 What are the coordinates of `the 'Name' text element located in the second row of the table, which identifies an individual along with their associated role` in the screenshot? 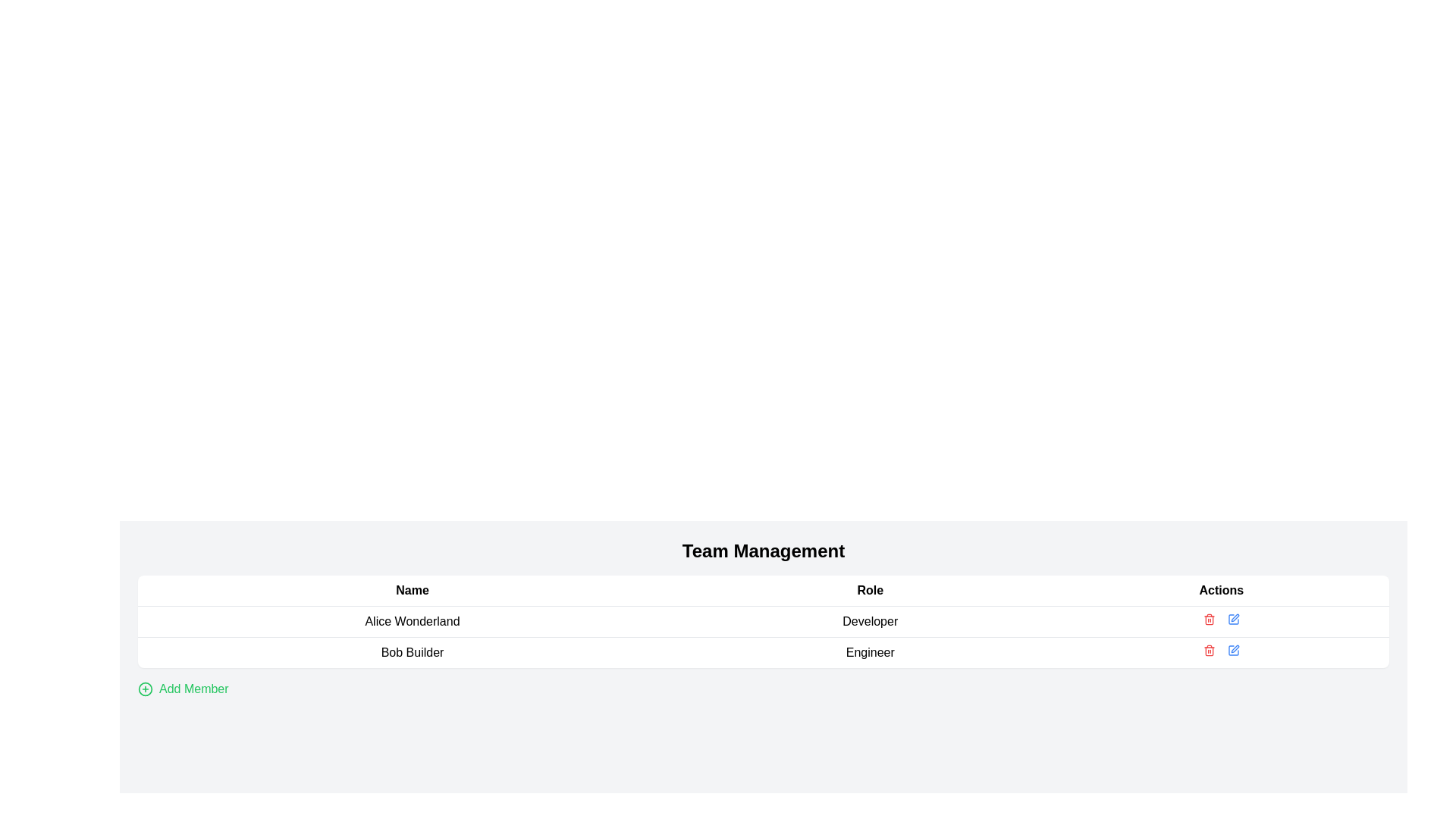 It's located at (412, 651).